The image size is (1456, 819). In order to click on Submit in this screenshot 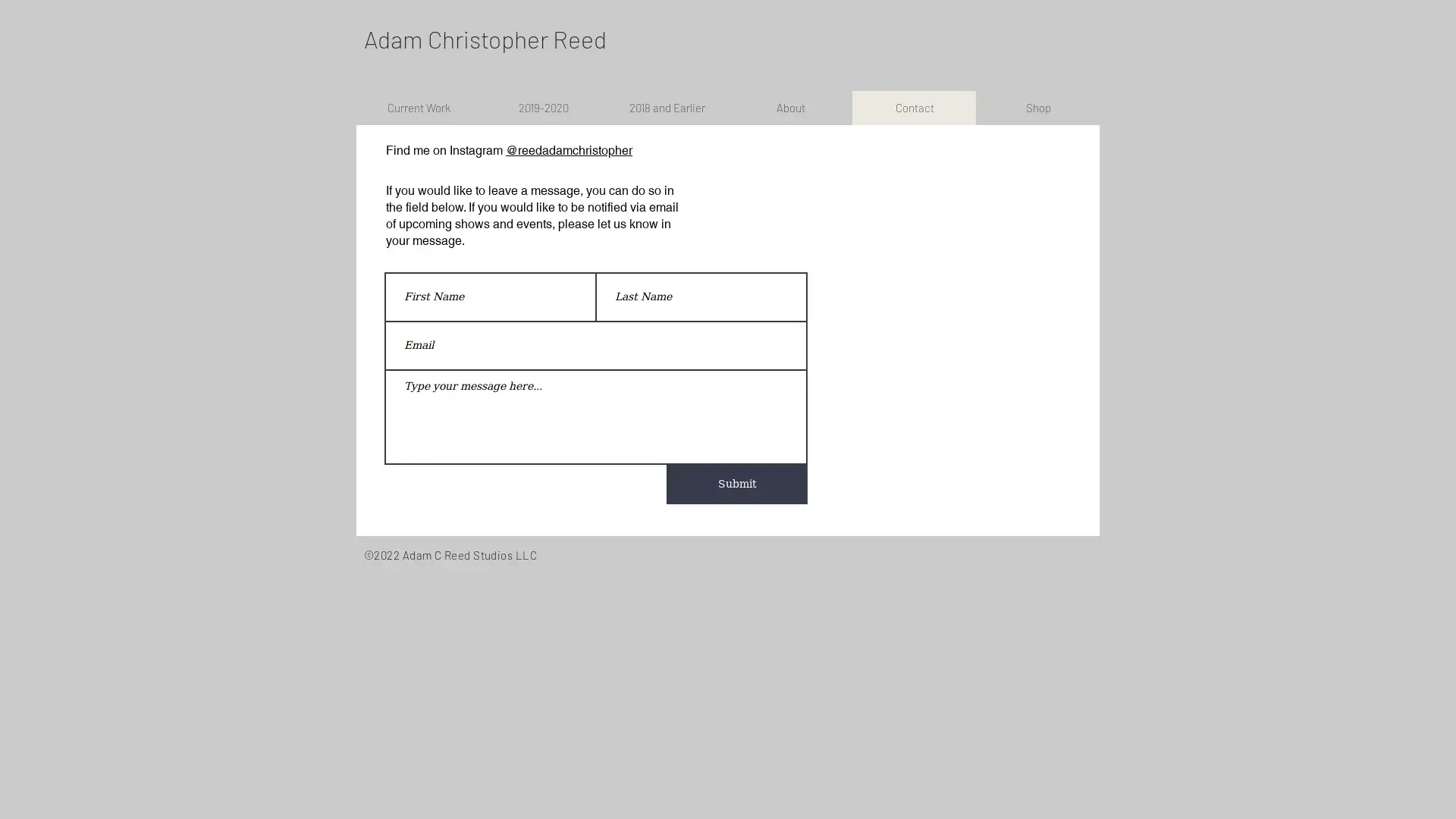, I will do `click(736, 485)`.